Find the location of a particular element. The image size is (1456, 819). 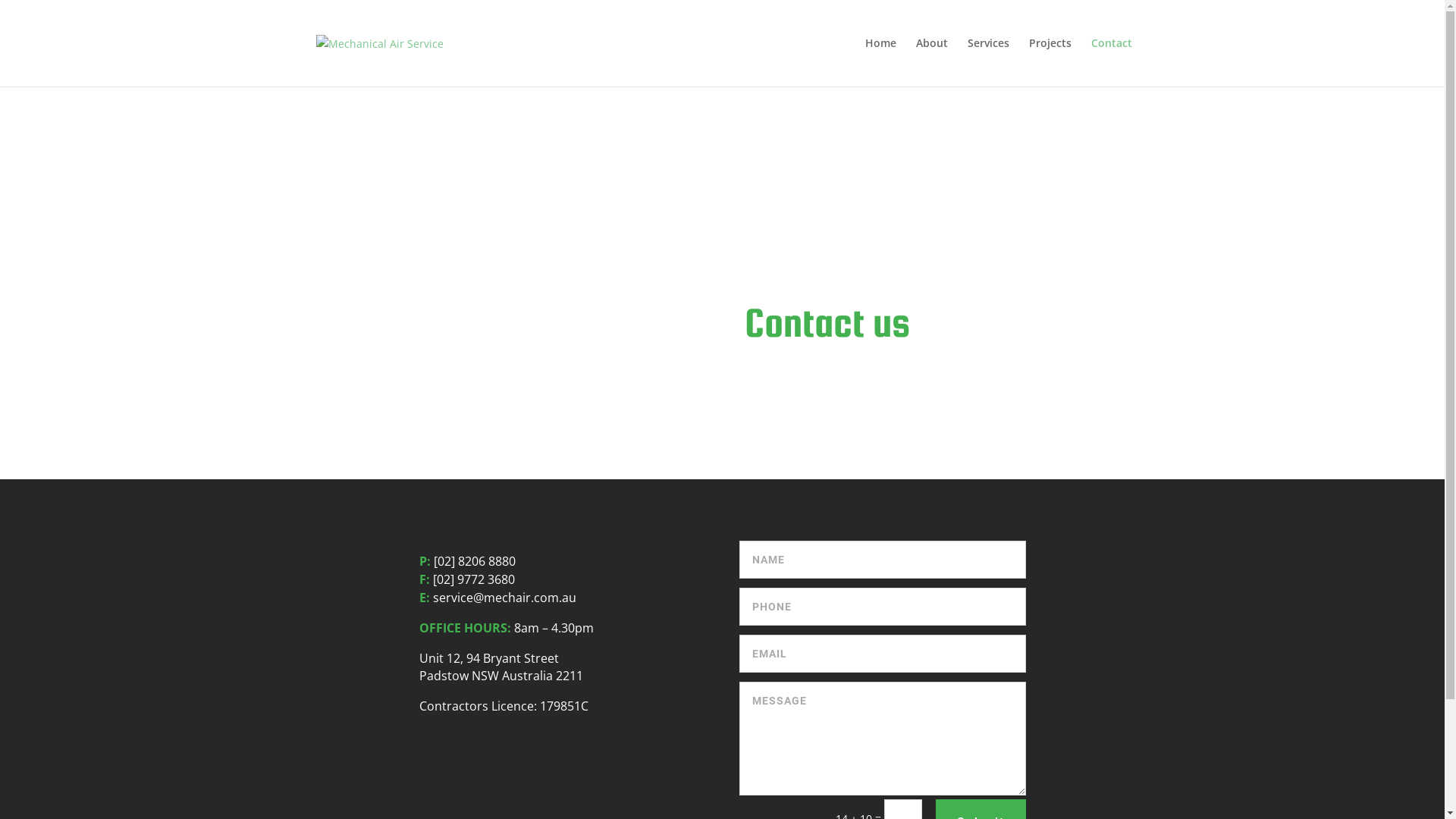

'About' is located at coordinates (930, 61).